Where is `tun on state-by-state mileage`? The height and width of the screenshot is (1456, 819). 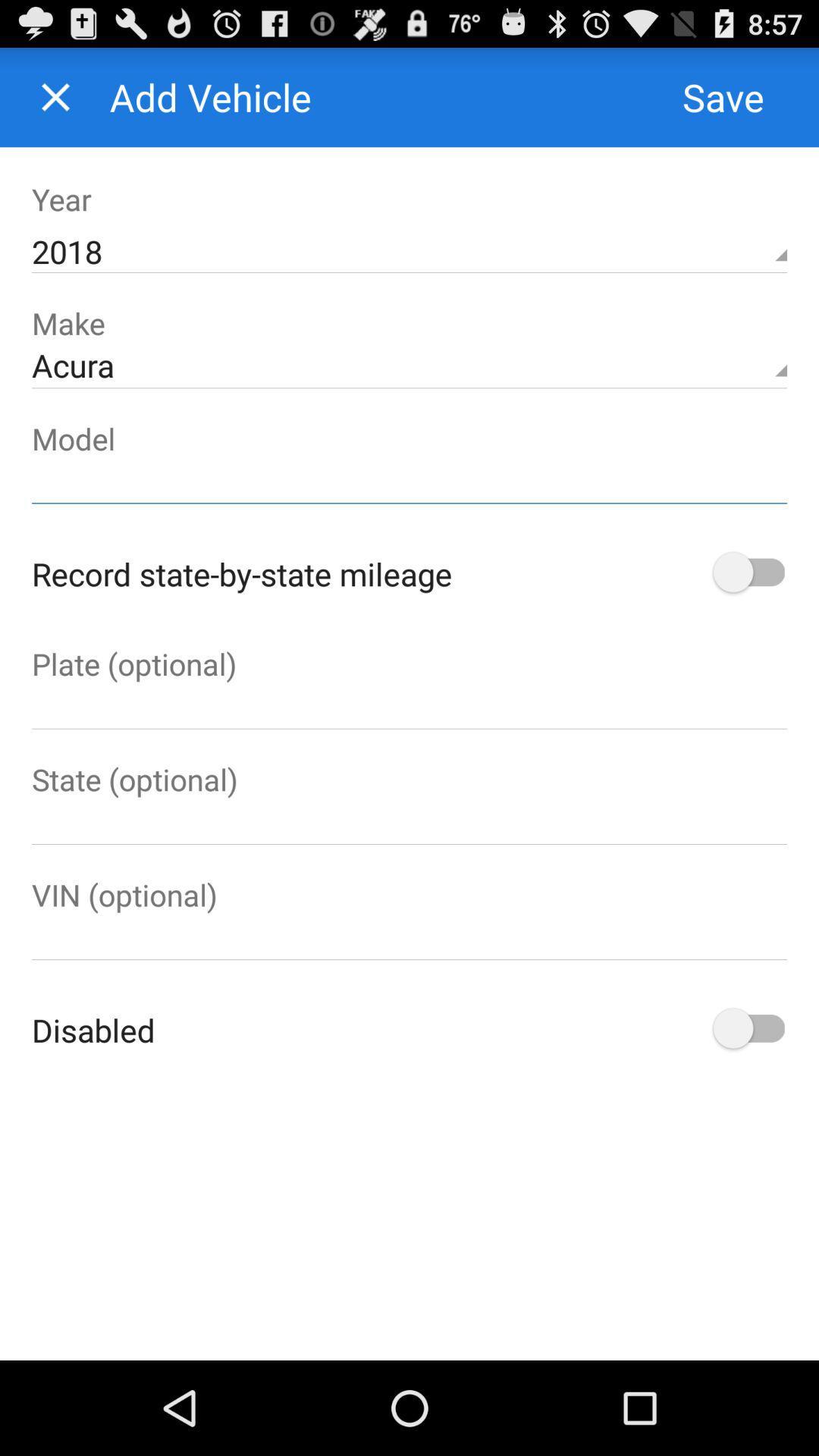 tun on state-by-state mileage is located at coordinates (746, 573).